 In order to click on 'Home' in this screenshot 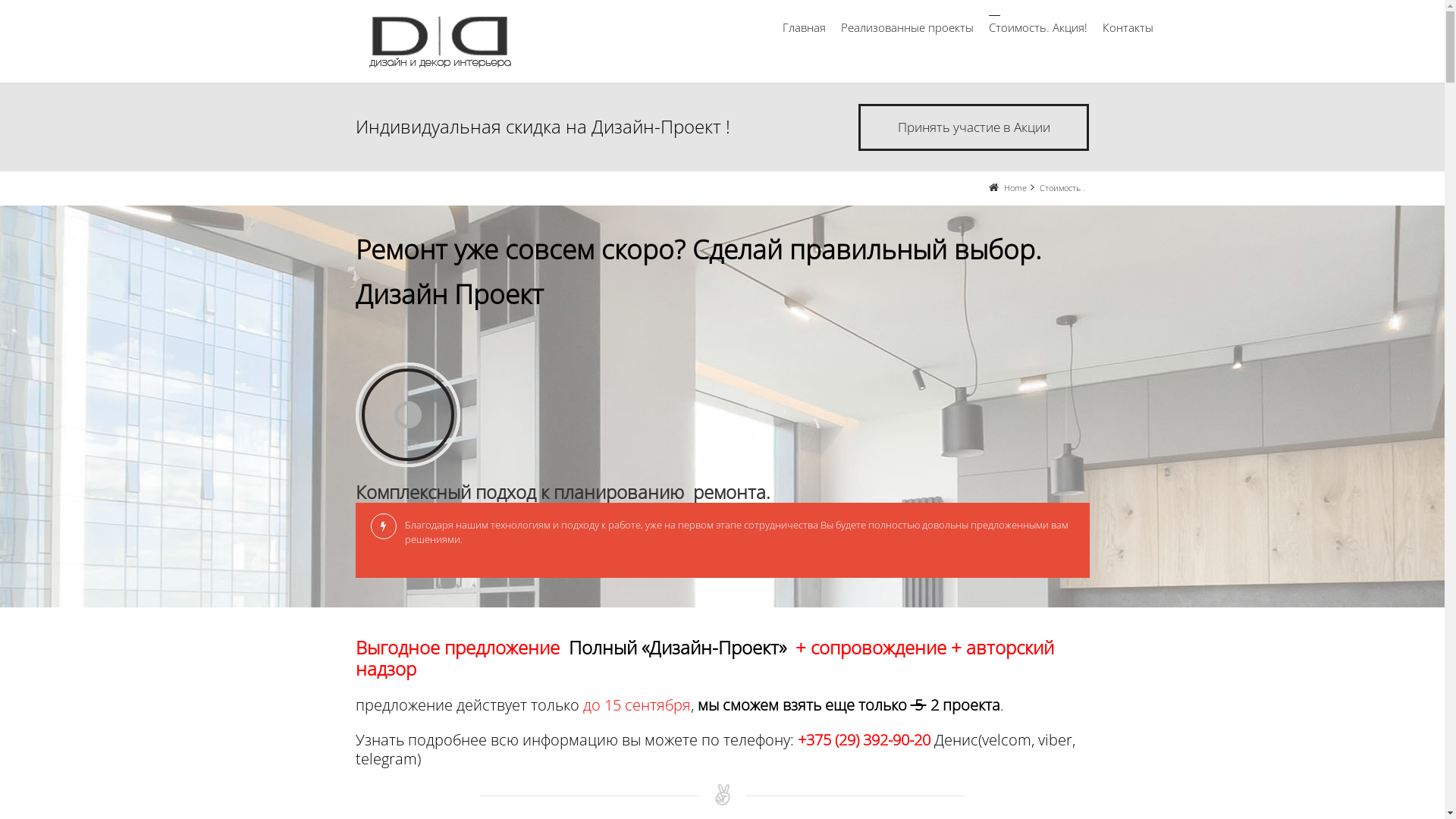, I will do `click(1015, 187)`.